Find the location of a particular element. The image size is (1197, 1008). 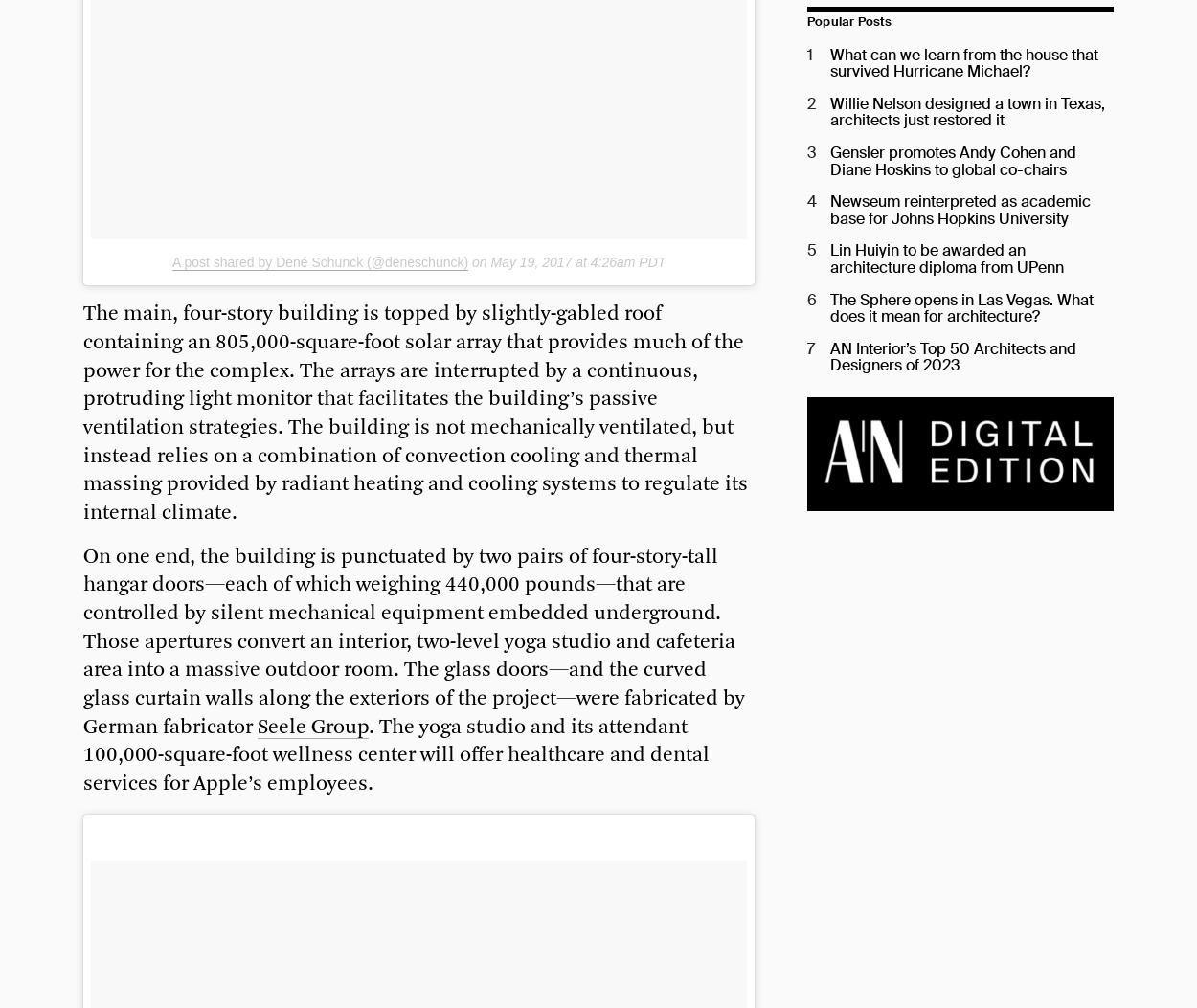

'On one end, the building is punctuated by two pairs of four-story-tall hangar doors—each of which weighing 440,000 pounds—that are controlled by silent mechanical equipment embedded underground. Those apertures convert an interior, two-level yoga studio and cafeteria area into a massive outdoor room. The glass doors—and the curved glass curtain walls along the exteriors of the project—were fabricated by German fabricator' is located at coordinates (82, 640).